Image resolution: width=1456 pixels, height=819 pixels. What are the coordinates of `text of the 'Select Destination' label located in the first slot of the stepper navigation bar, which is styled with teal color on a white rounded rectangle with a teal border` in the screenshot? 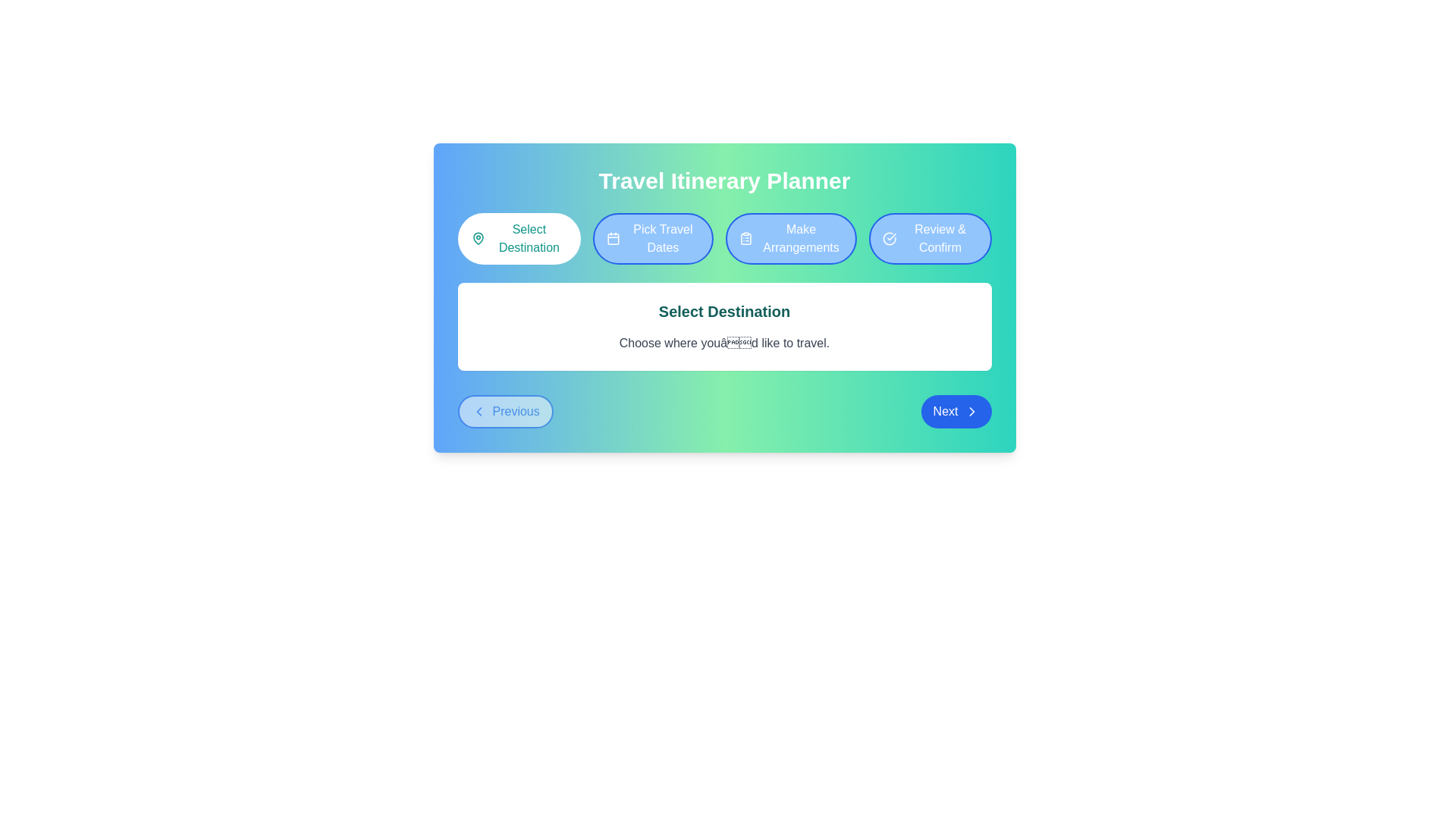 It's located at (529, 239).